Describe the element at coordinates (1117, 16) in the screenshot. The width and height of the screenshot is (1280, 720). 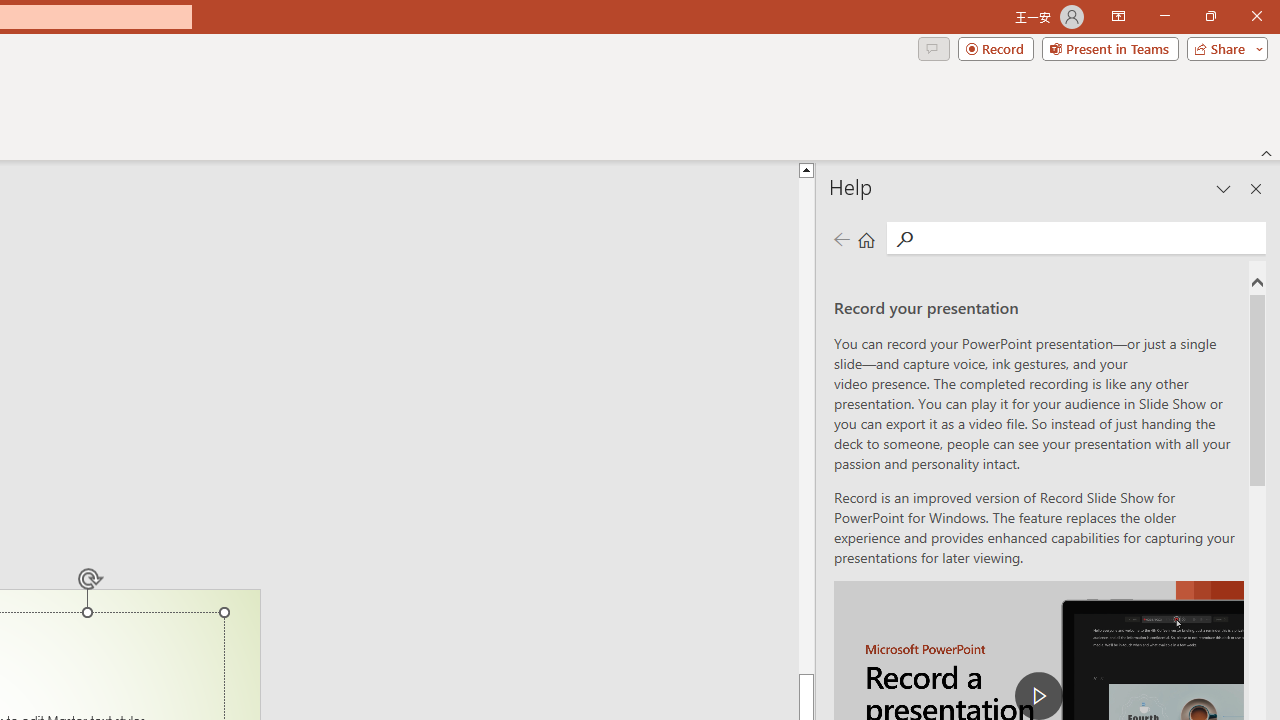
I see `'Ribbon Display Options'` at that location.